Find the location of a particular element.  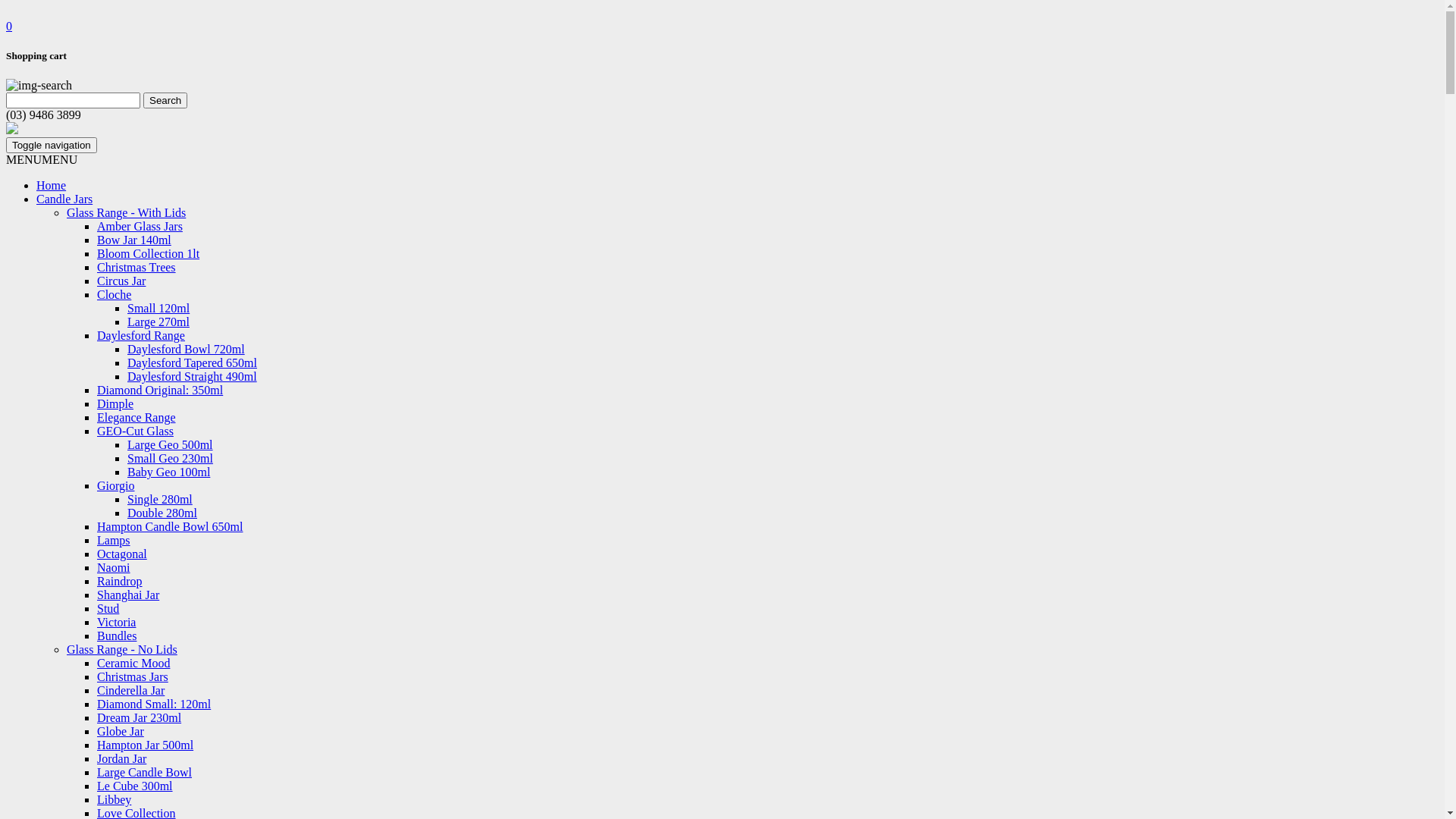

'Giorgio' is located at coordinates (115, 485).